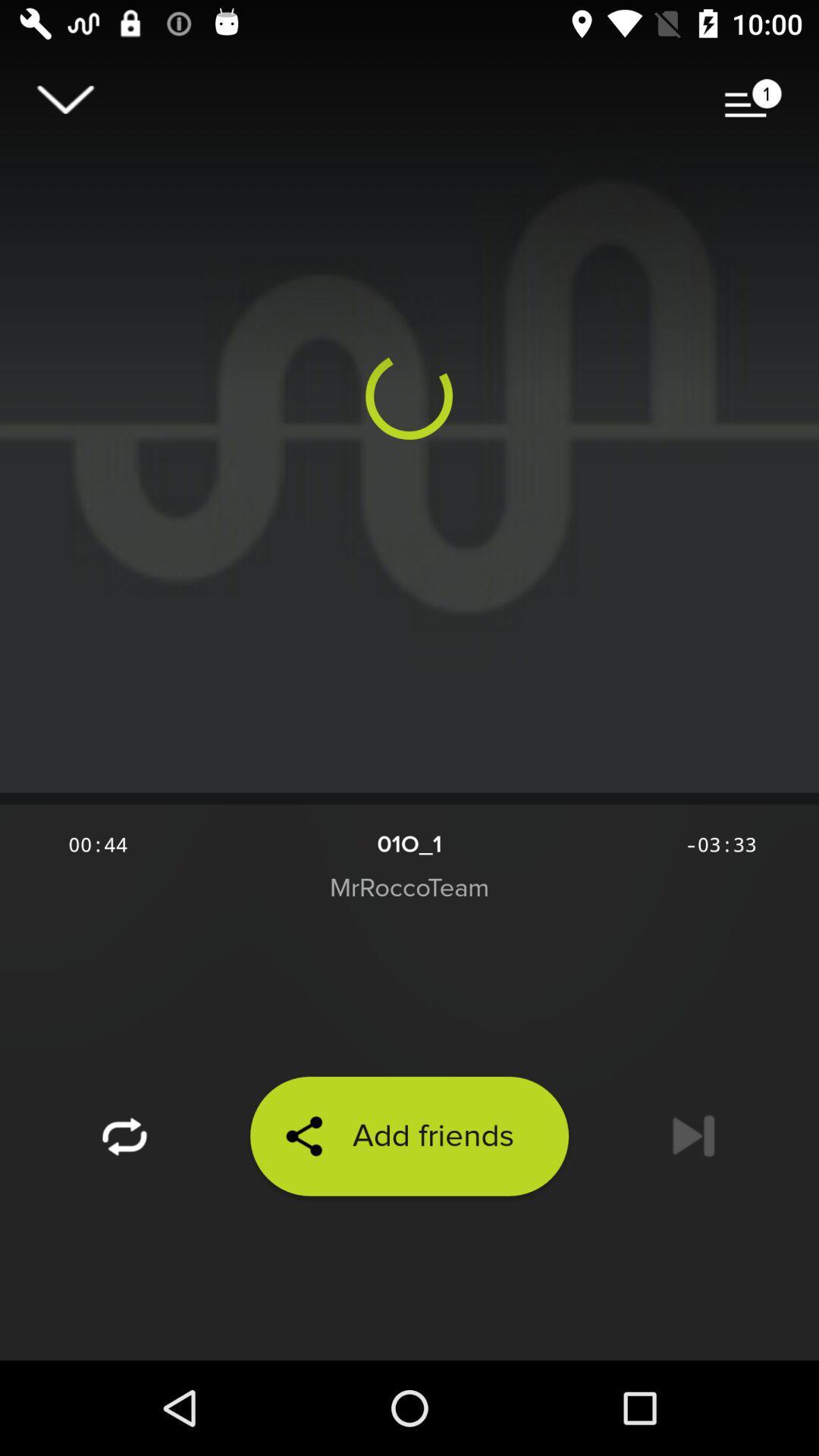  I want to click on the expand_more icon, so click(64, 99).